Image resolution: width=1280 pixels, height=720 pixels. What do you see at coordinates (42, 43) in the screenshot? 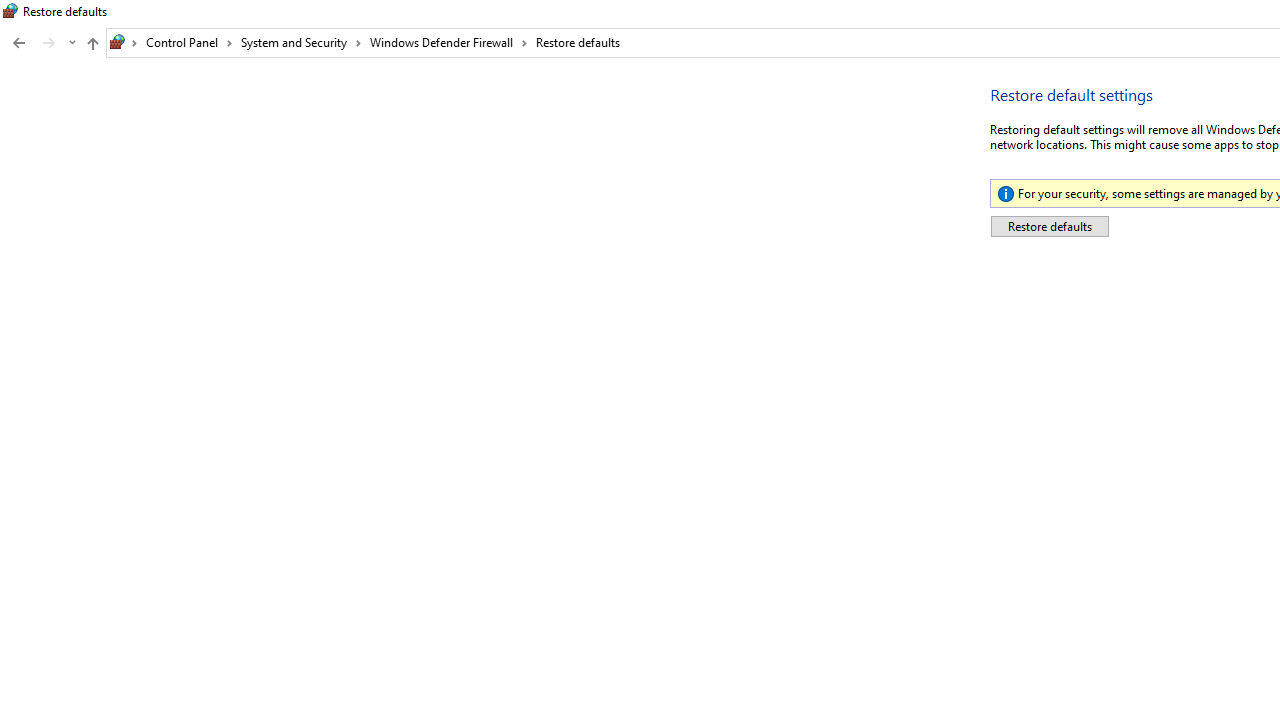
I see `'Navigation buttons'` at bounding box center [42, 43].